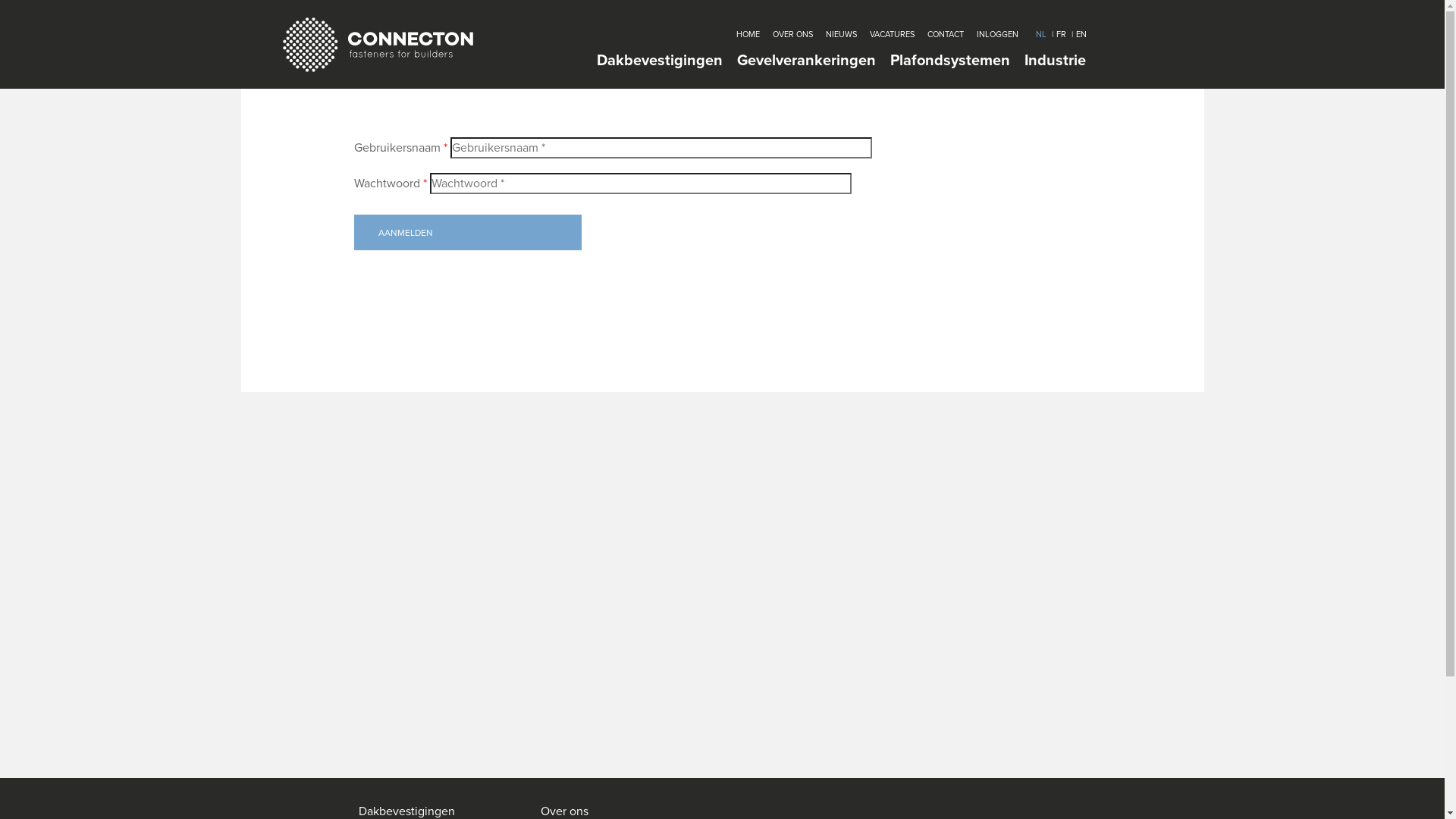 The height and width of the screenshot is (819, 1456). Describe the element at coordinates (997, 34) in the screenshot. I see `'INLOGGEN'` at that location.